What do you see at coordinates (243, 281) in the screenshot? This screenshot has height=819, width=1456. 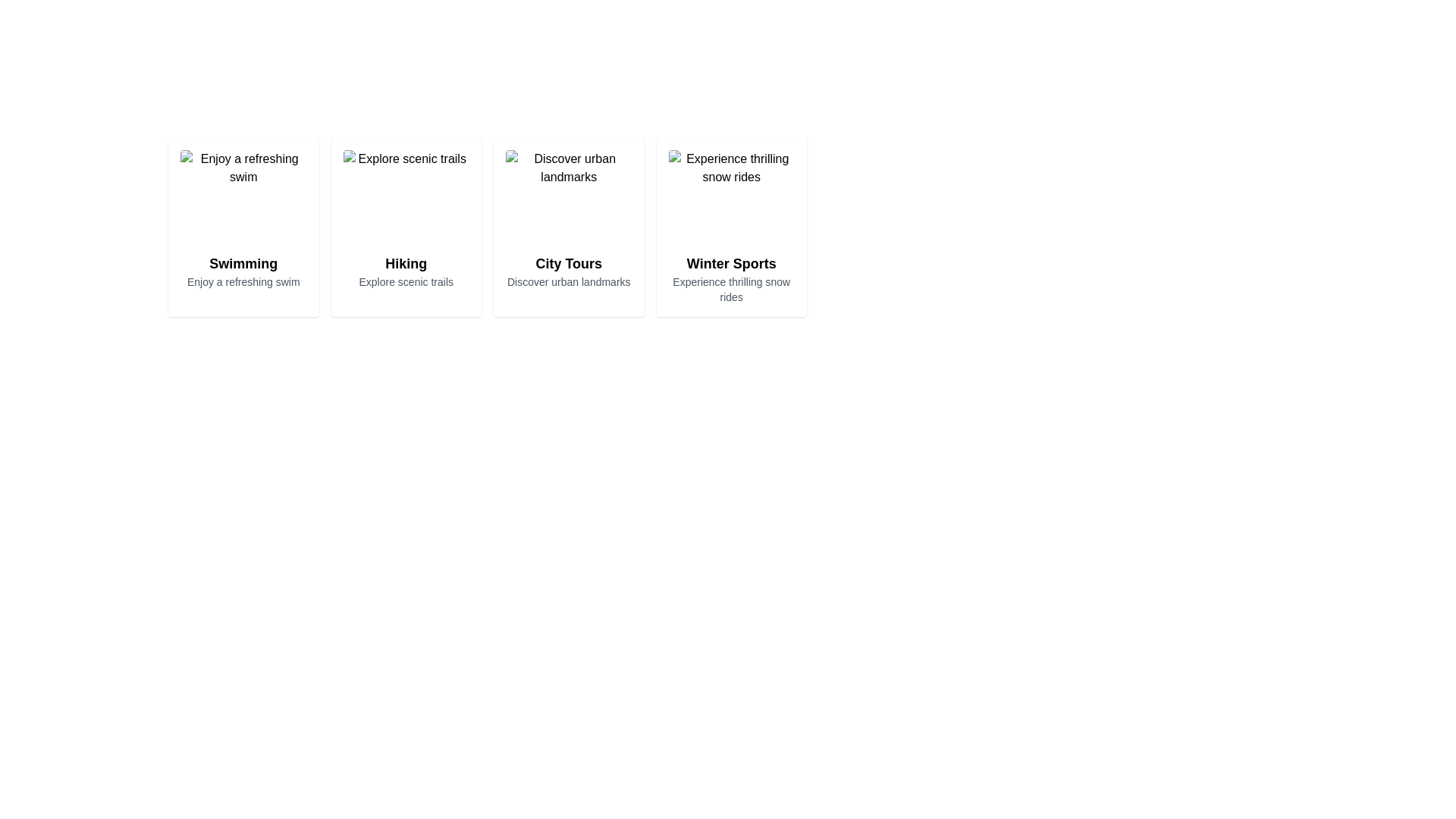 I see `the descriptive text below the title 'Swimming' in the card to potentially reveal additional UI options` at bounding box center [243, 281].